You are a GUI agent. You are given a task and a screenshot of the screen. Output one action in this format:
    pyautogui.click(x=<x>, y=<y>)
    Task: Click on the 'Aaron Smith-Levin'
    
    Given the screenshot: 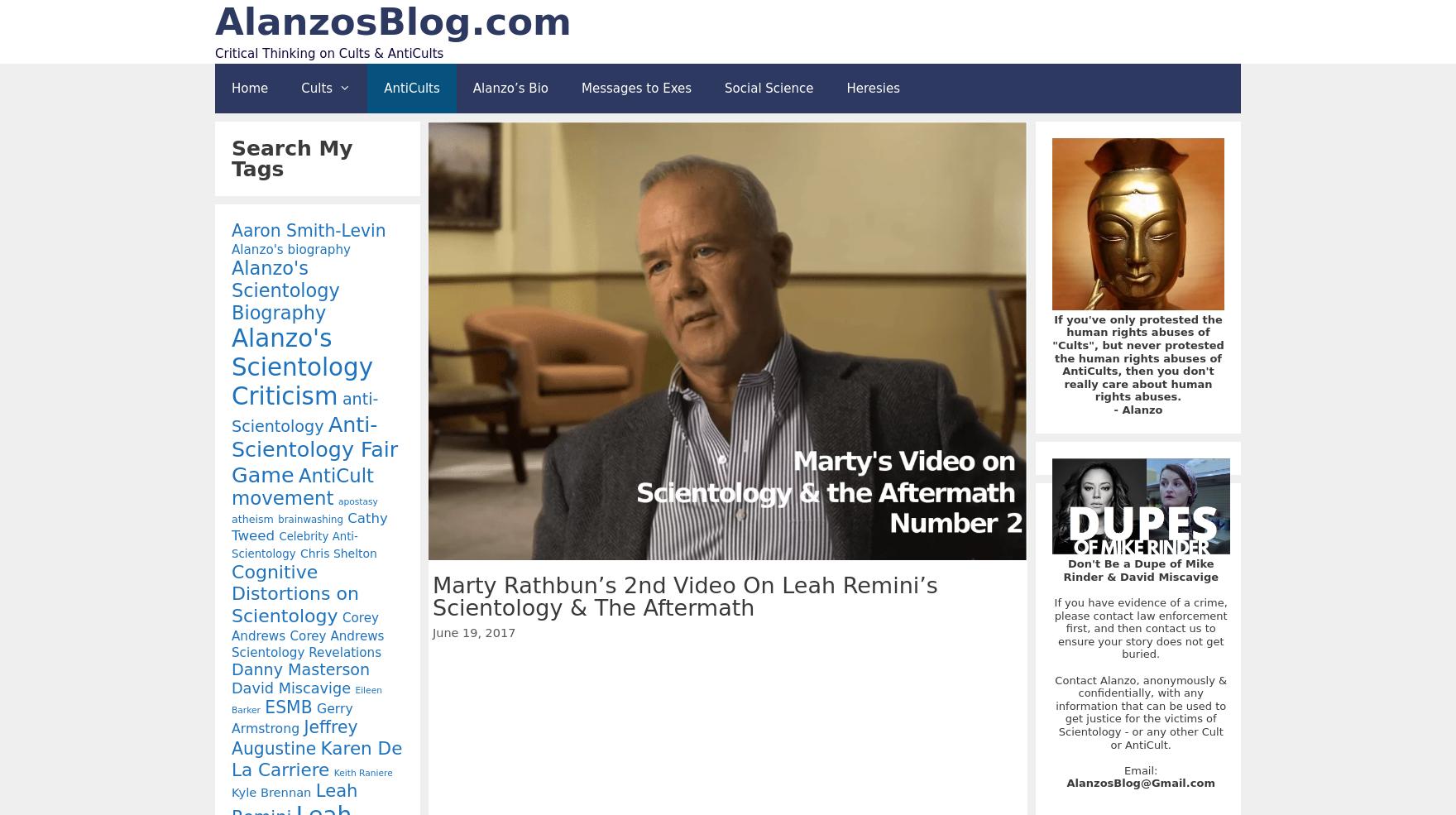 What is the action you would take?
    pyautogui.click(x=307, y=228)
    